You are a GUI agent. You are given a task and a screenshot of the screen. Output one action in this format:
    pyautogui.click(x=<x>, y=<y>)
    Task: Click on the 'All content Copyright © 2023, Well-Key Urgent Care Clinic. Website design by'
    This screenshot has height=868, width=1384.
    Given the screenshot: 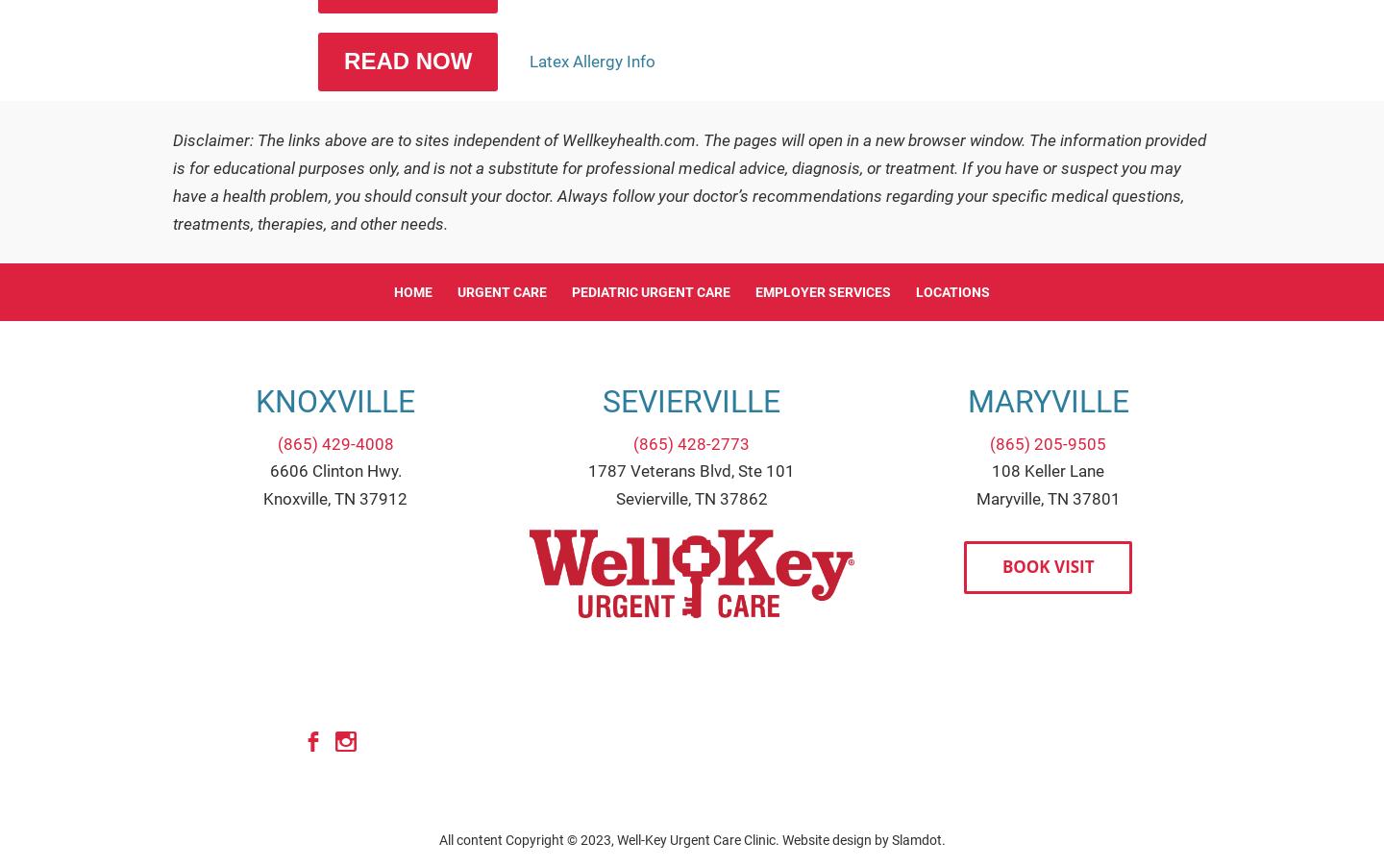 What is the action you would take?
    pyautogui.click(x=438, y=839)
    